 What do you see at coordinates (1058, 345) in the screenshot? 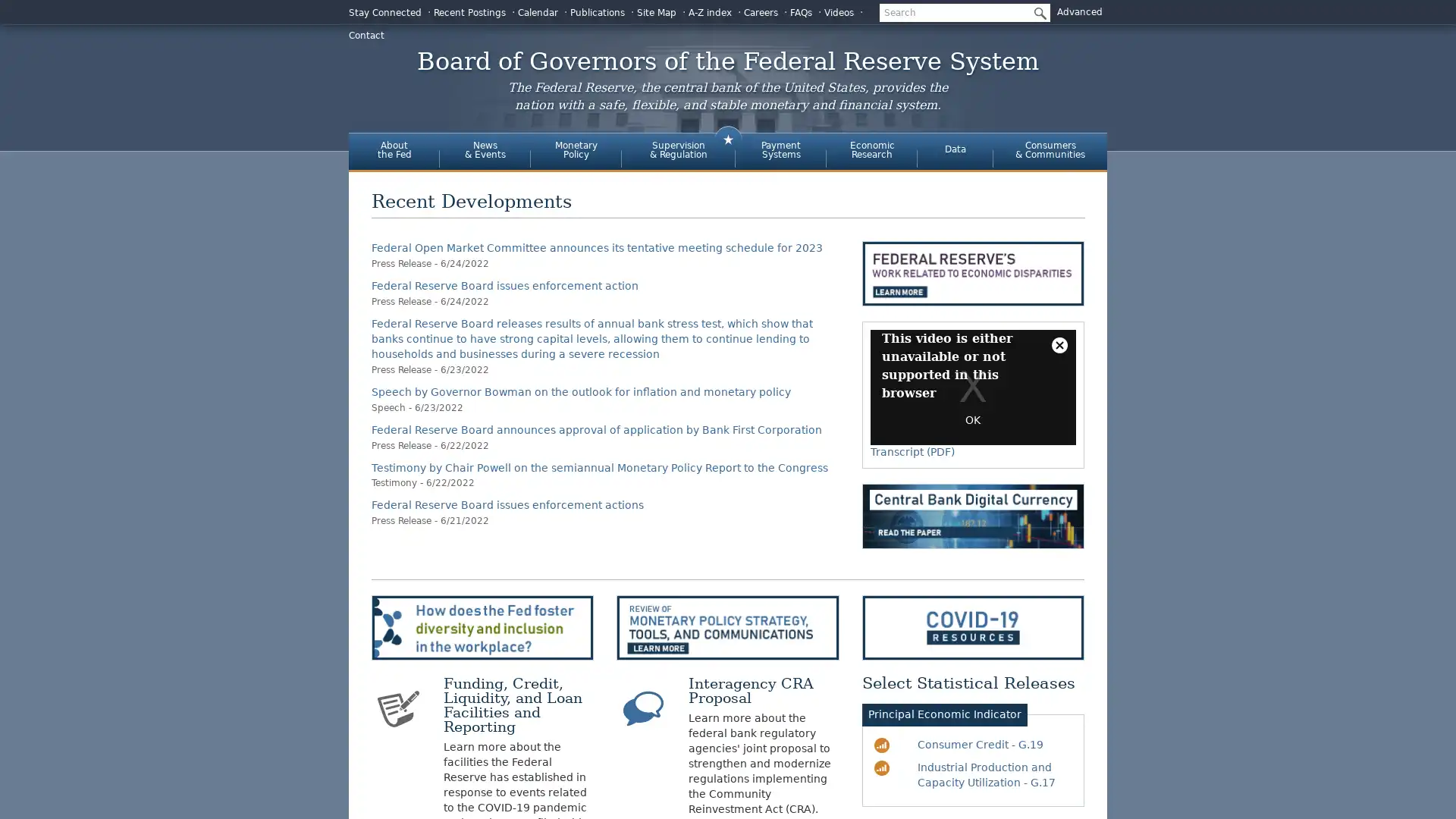
I see `Close Modal Dialog` at bounding box center [1058, 345].